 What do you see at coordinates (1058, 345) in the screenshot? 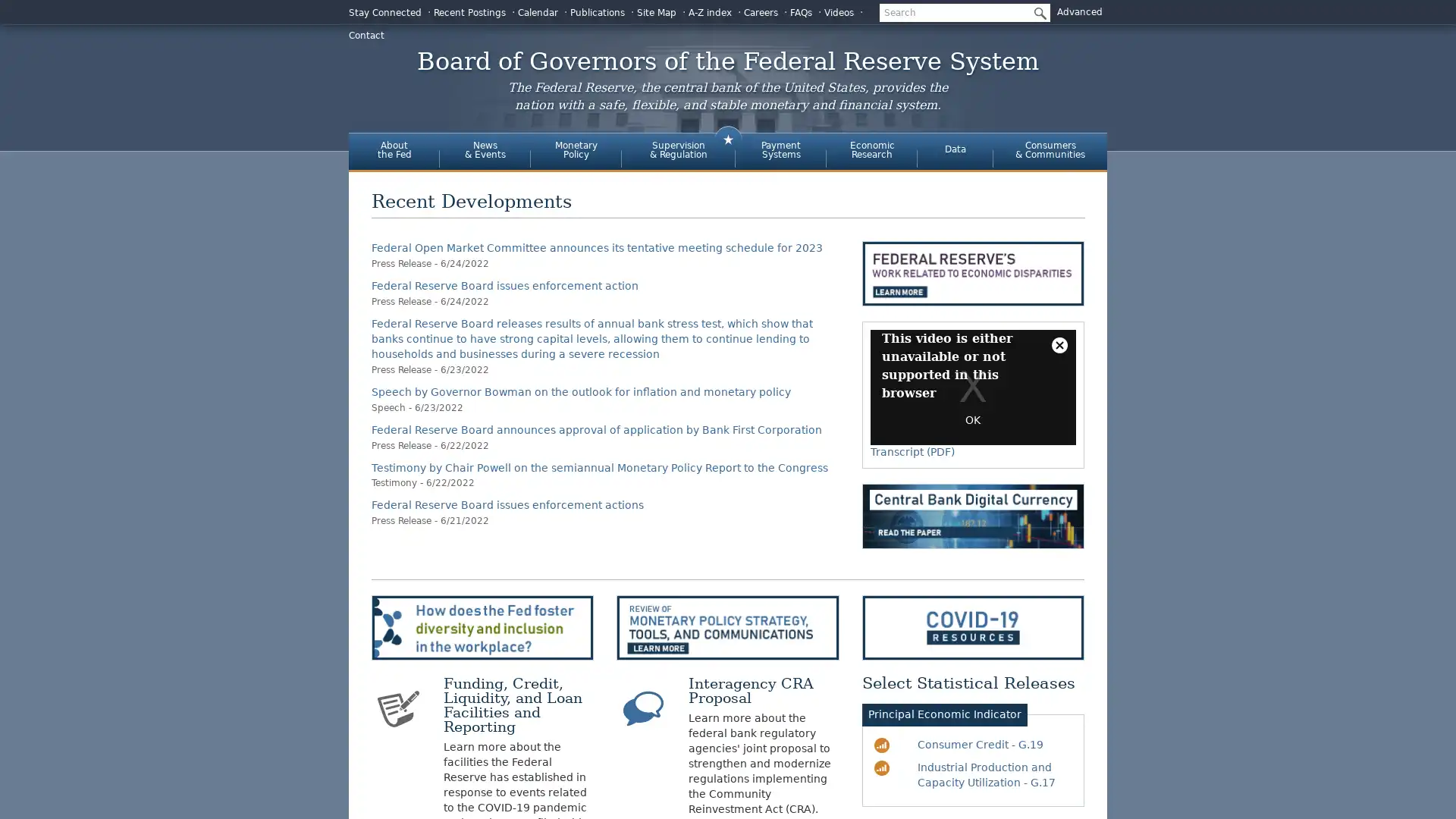
I see `Close Modal Dialog` at bounding box center [1058, 345].